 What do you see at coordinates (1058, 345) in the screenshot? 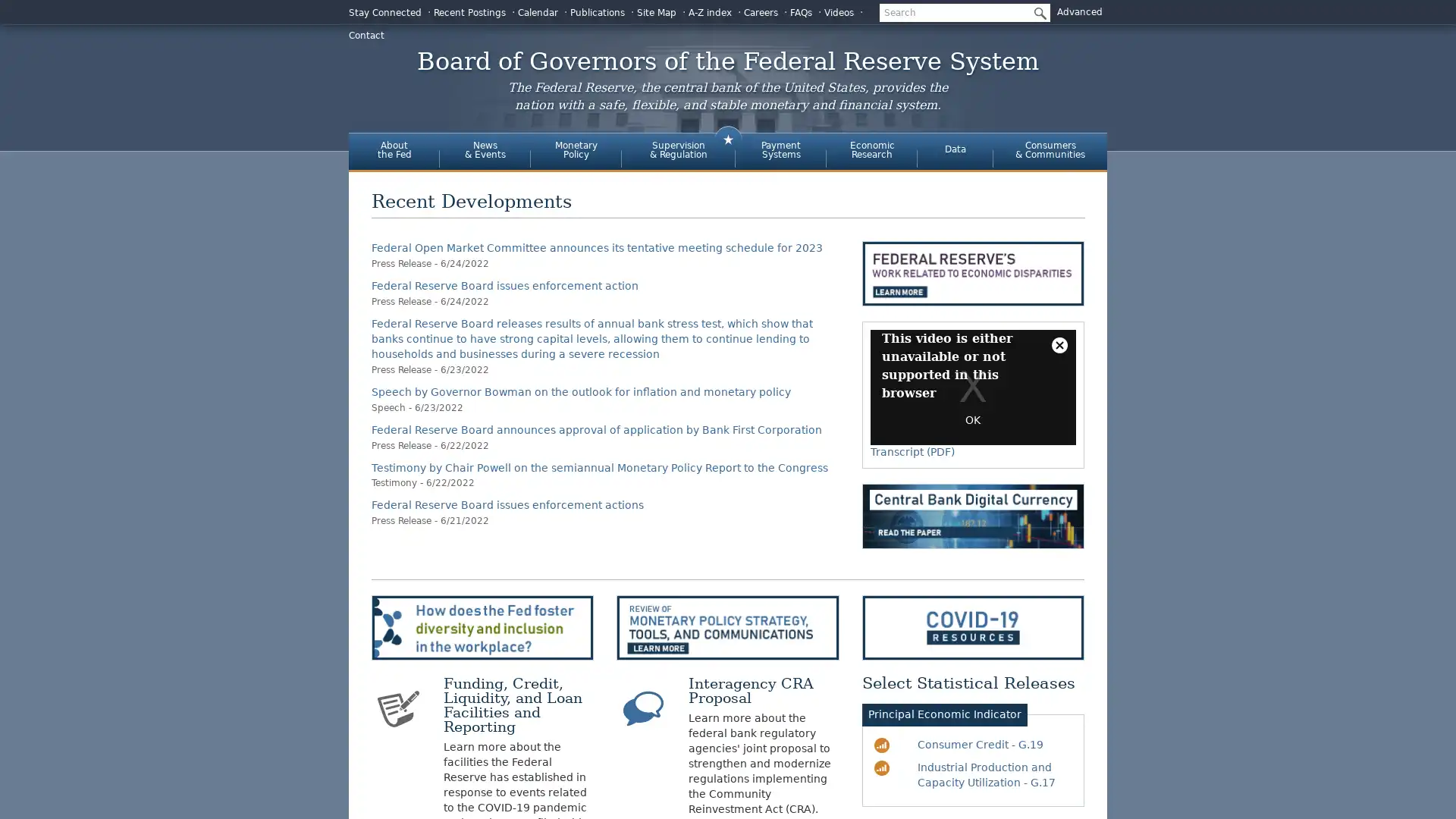
I see `Close Modal Dialog` at bounding box center [1058, 345].